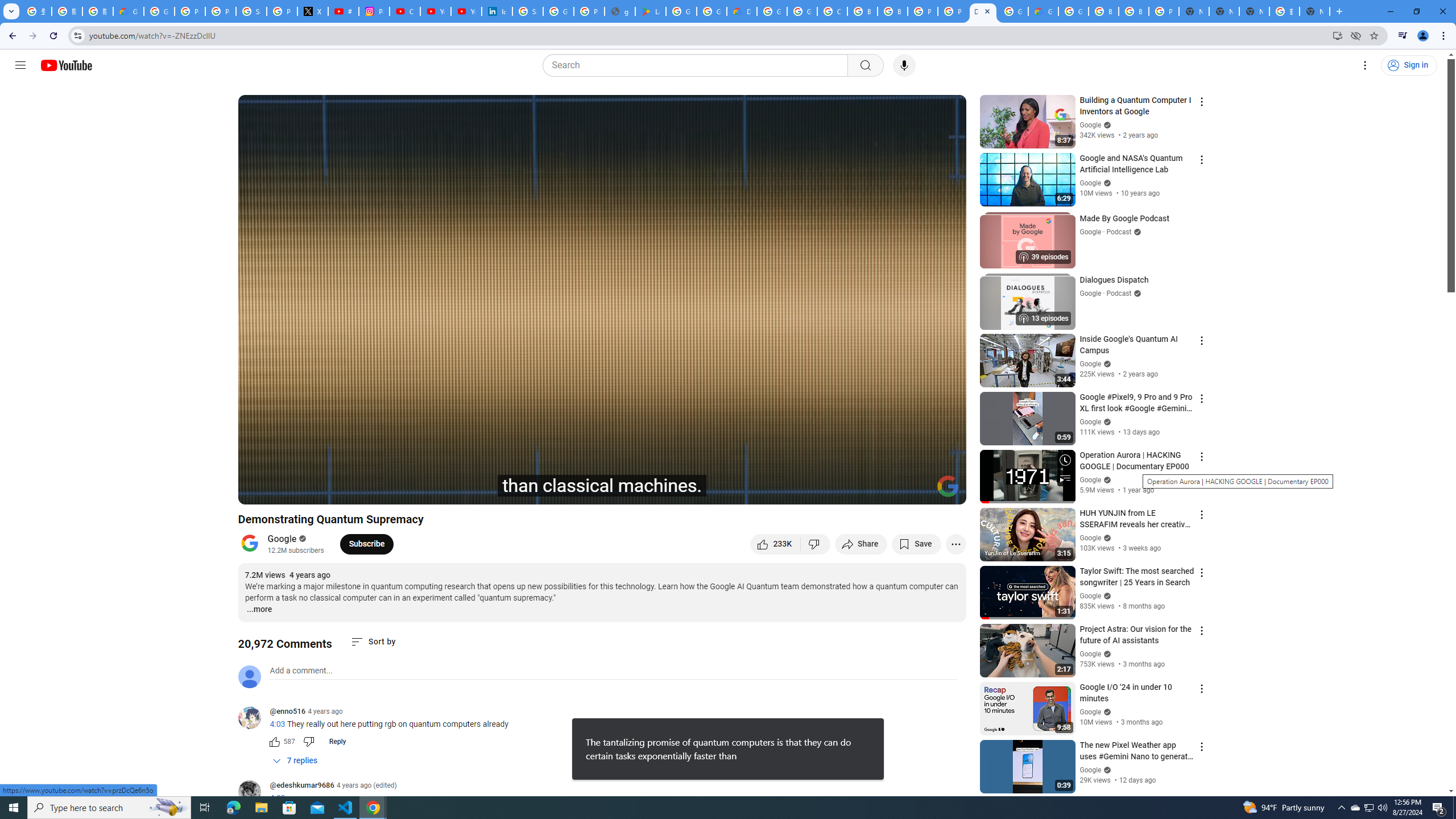 The width and height of the screenshot is (1456, 819). I want to click on 'More actions', so click(955, 543).